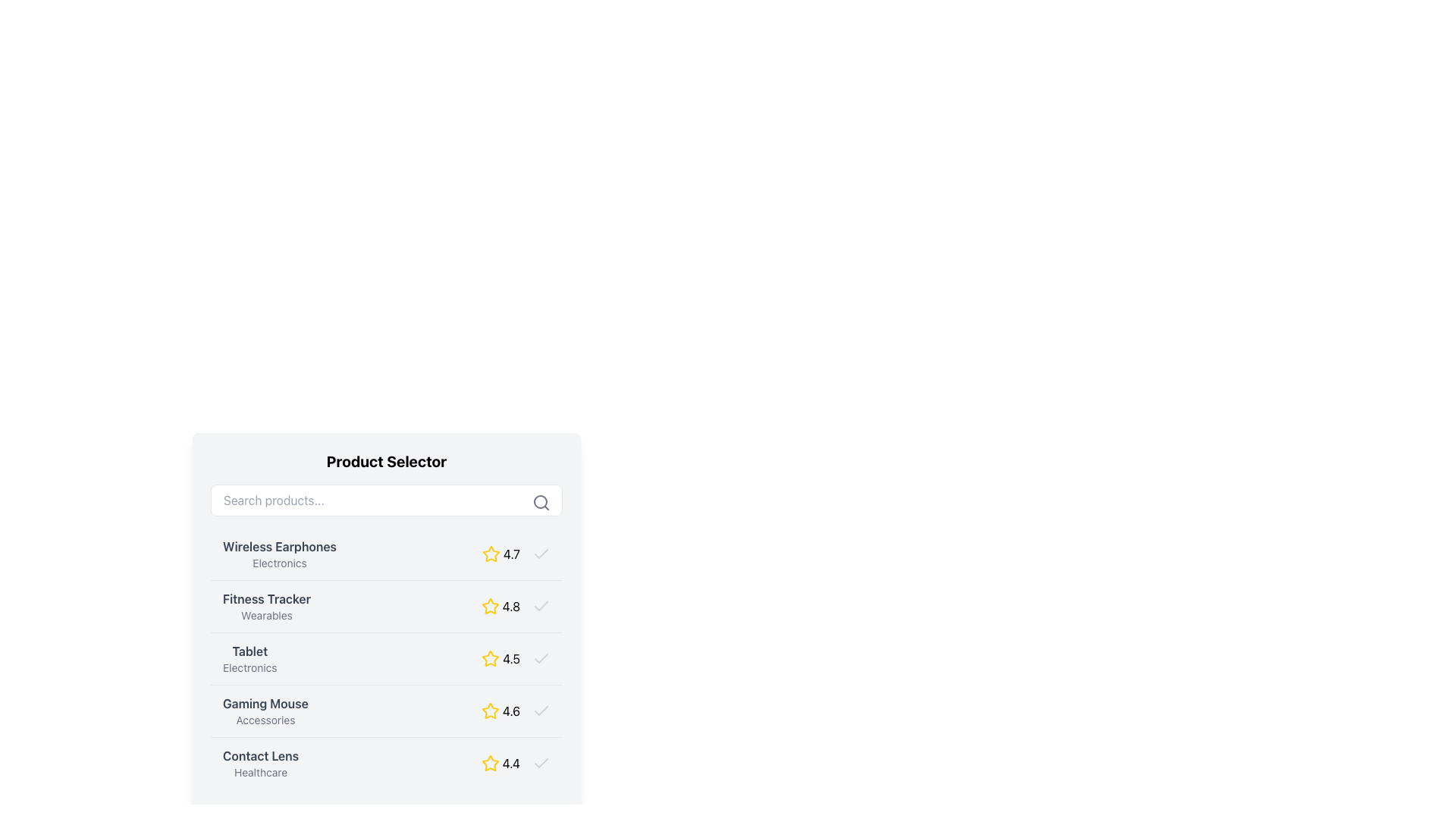  What do you see at coordinates (491, 554) in the screenshot?
I see `the vibrant yellow star icon located to the left of the rating score '4.7' under the 'Product Selector' header for 'Wireless Earphones'` at bounding box center [491, 554].